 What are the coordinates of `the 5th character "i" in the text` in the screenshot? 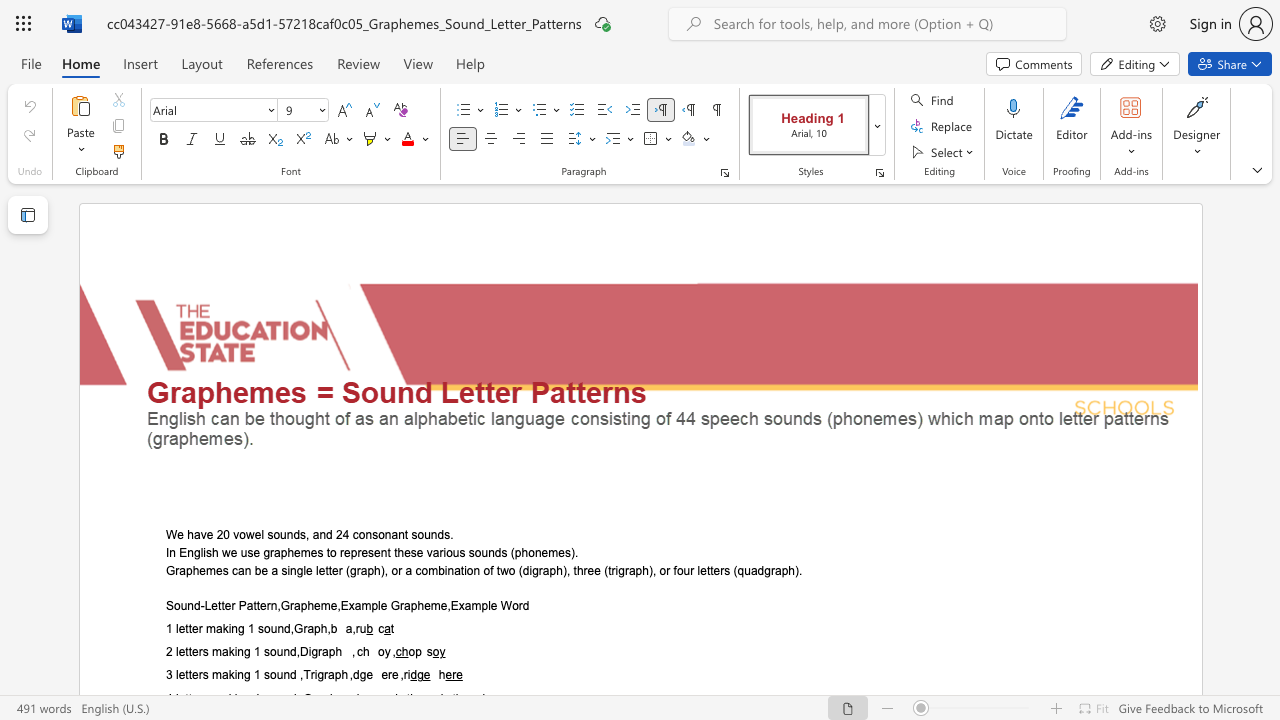 It's located at (615, 570).